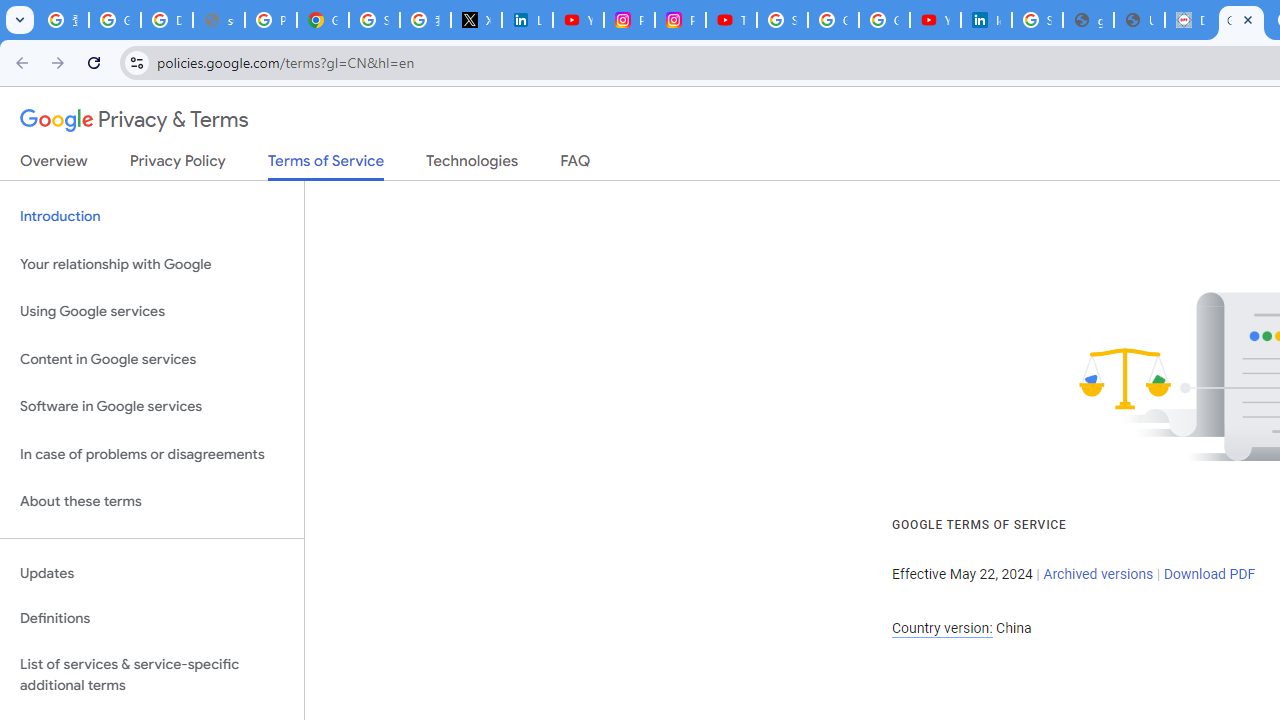 This screenshot has height=720, width=1280. I want to click on 'Software in Google services', so click(151, 406).